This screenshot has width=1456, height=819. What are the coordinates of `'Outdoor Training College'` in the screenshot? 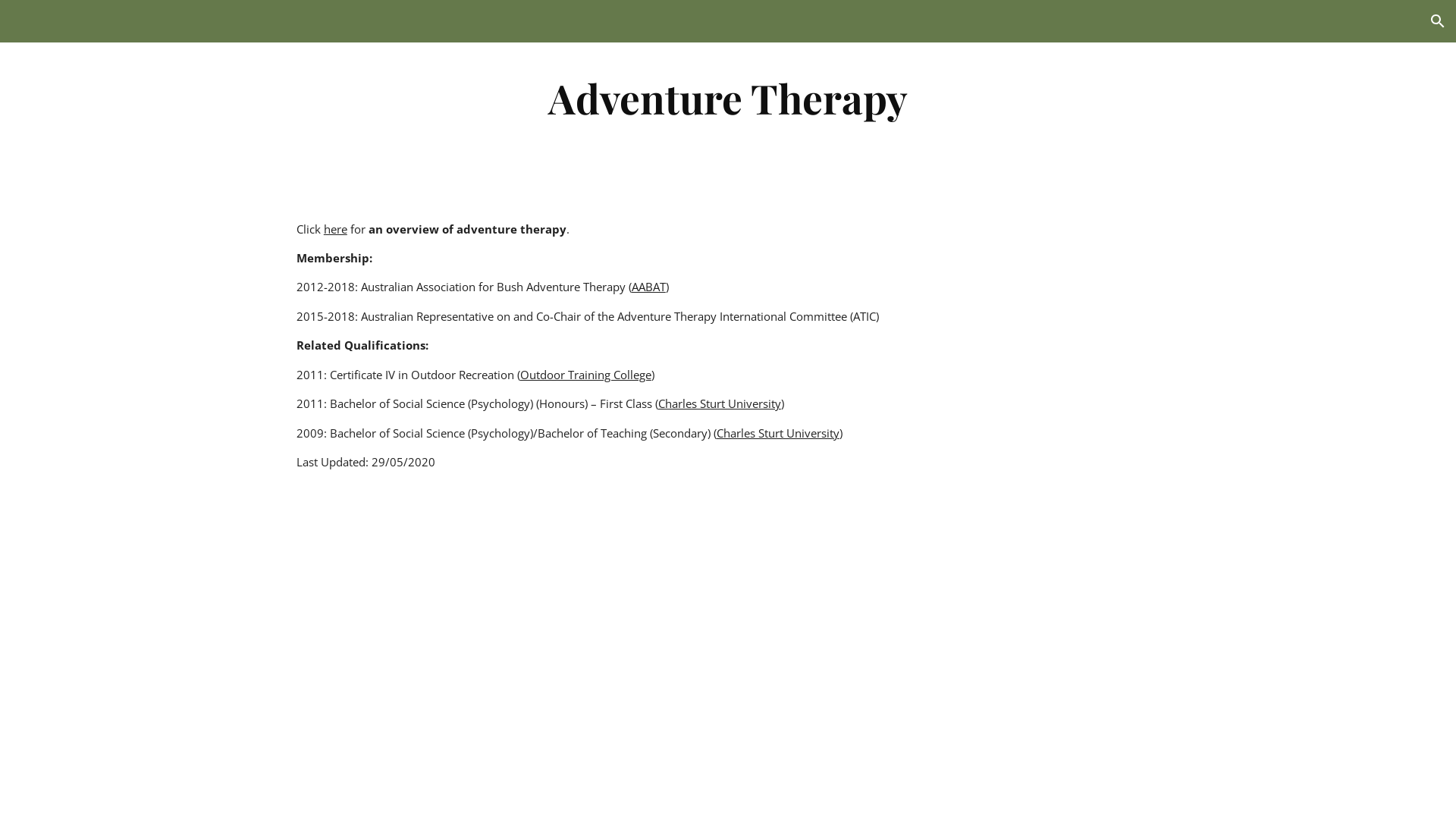 It's located at (585, 374).